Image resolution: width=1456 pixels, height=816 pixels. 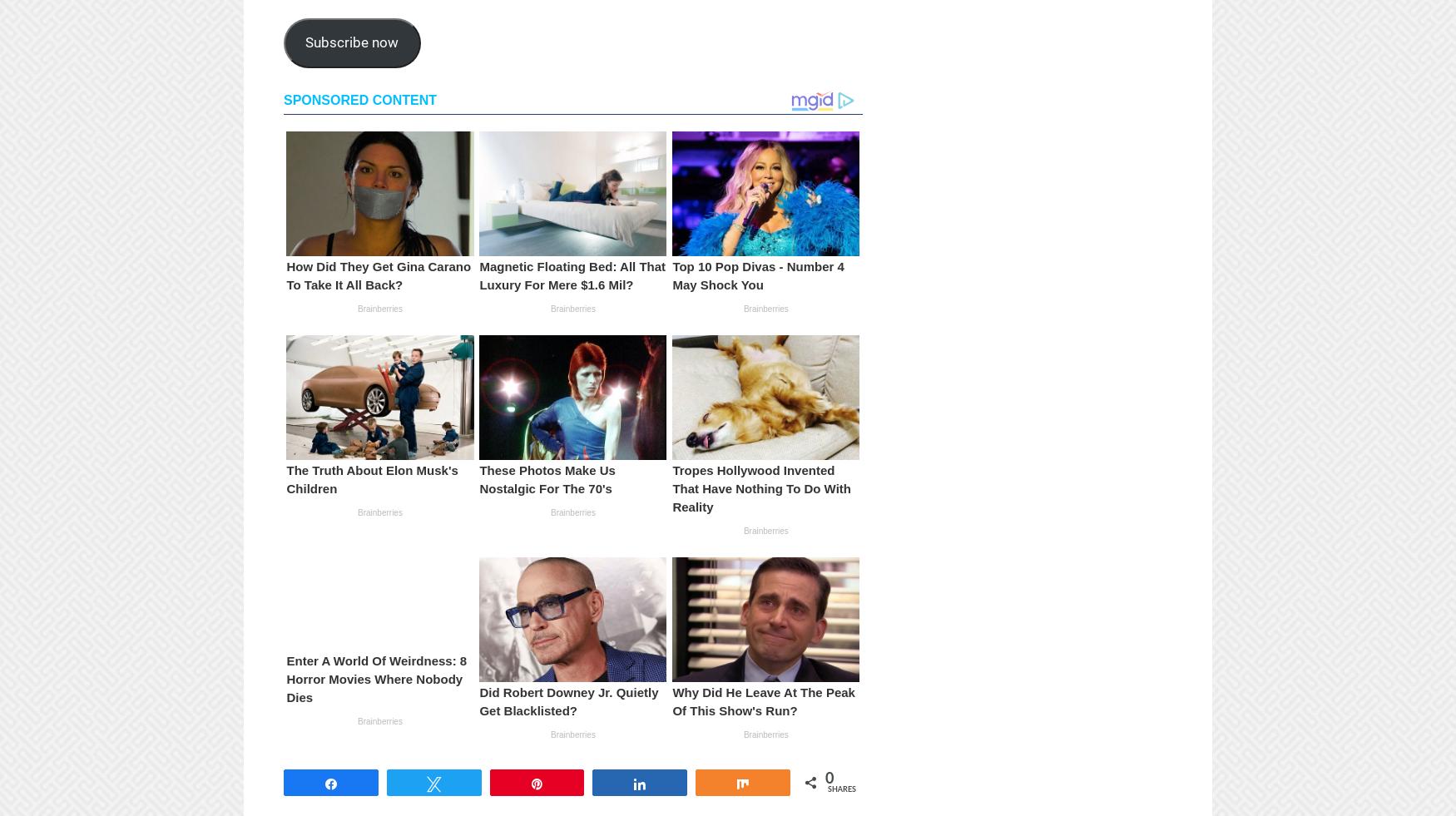 I want to click on 'Tropes Hollywood Invented That Have Nothing To Do With Reality', so click(x=760, y=487).